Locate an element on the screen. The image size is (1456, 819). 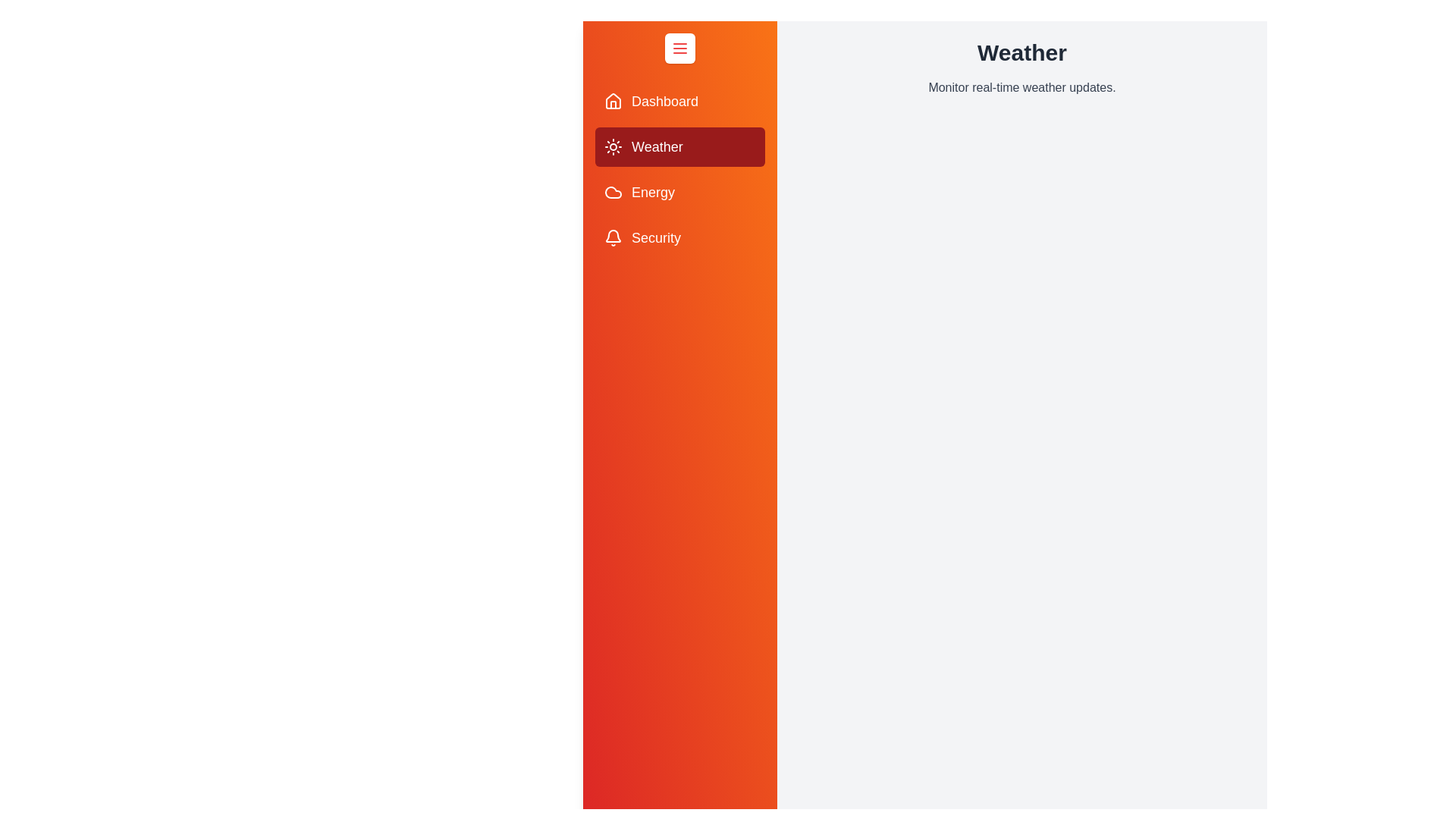
the Weather section from the drawer menu is located at coordinates (679, 146).